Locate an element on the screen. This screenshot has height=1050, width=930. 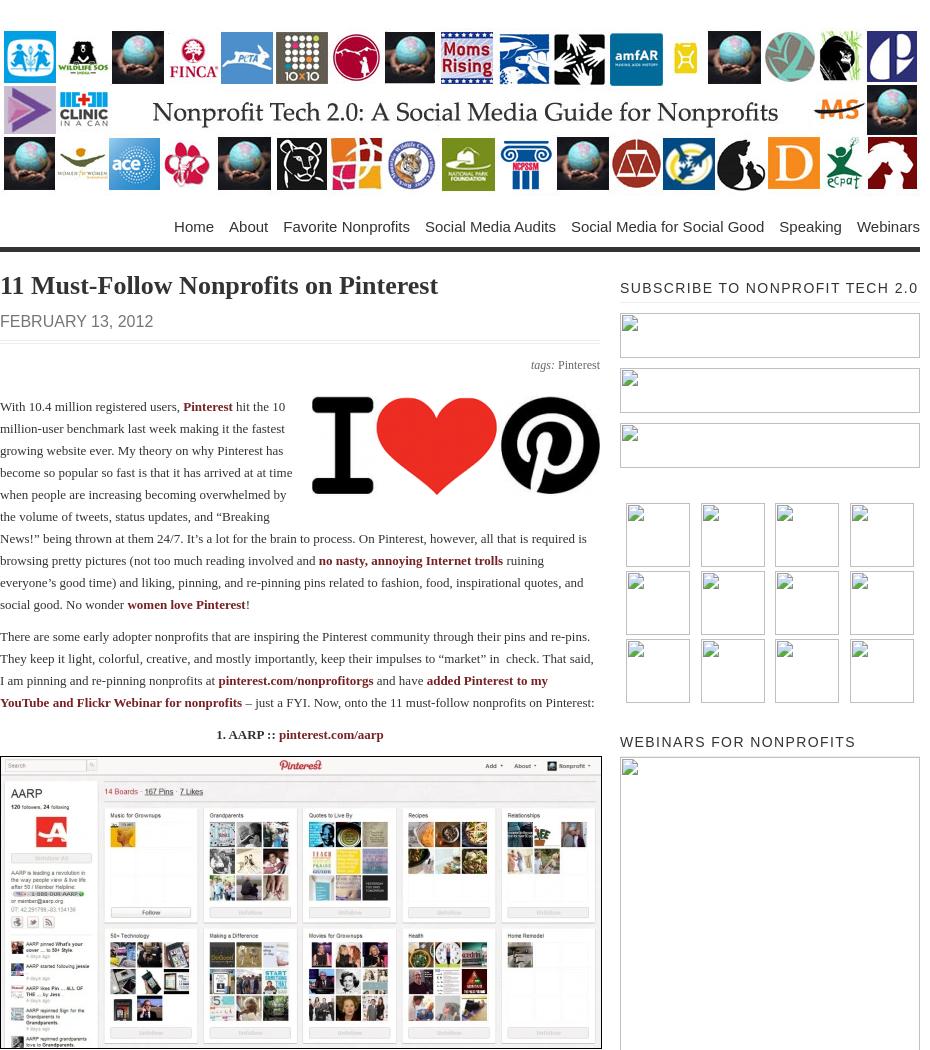
'tags:' is located at coordinates (544, 363).